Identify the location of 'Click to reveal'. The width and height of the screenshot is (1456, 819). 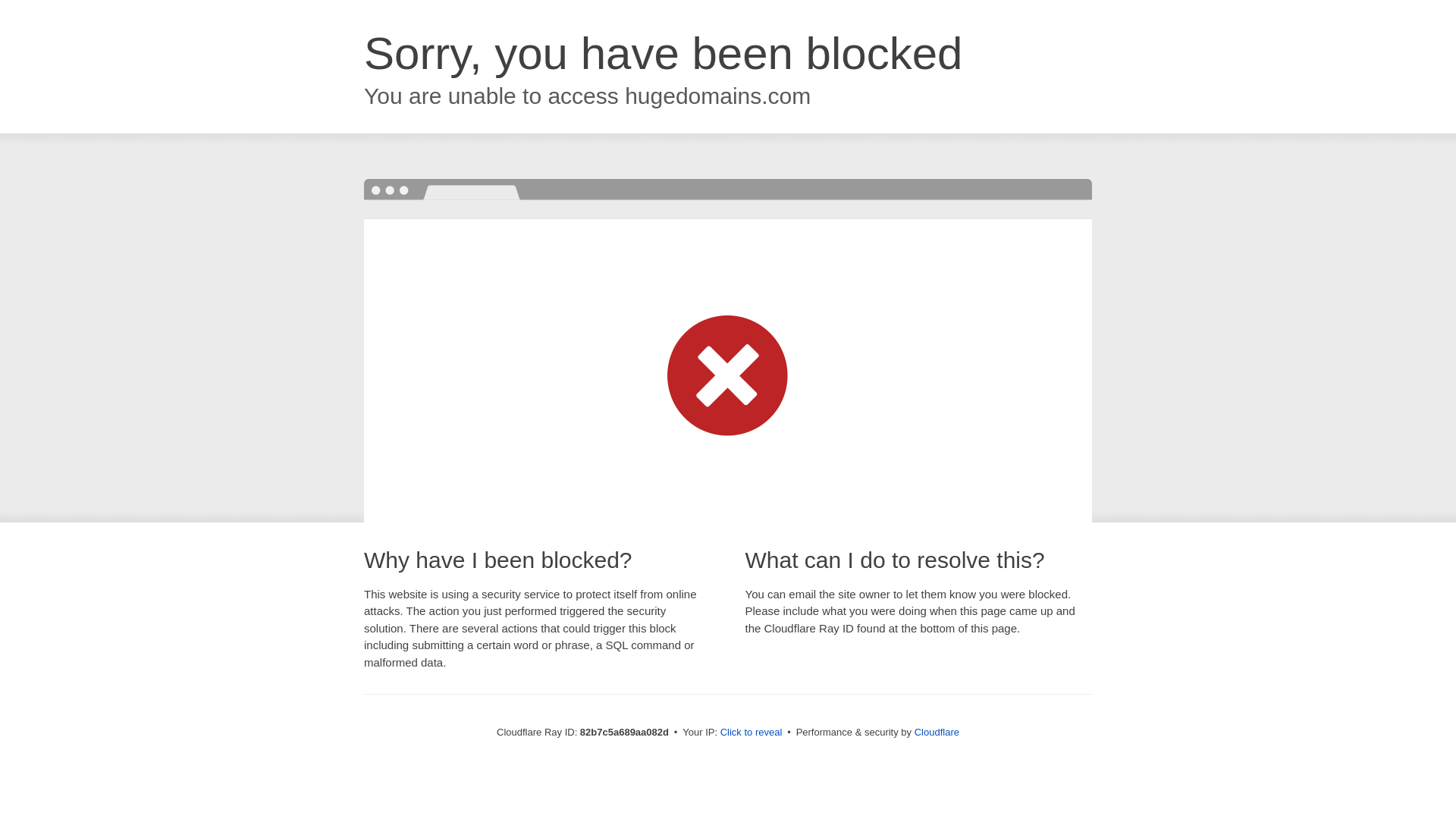
(751, 731).